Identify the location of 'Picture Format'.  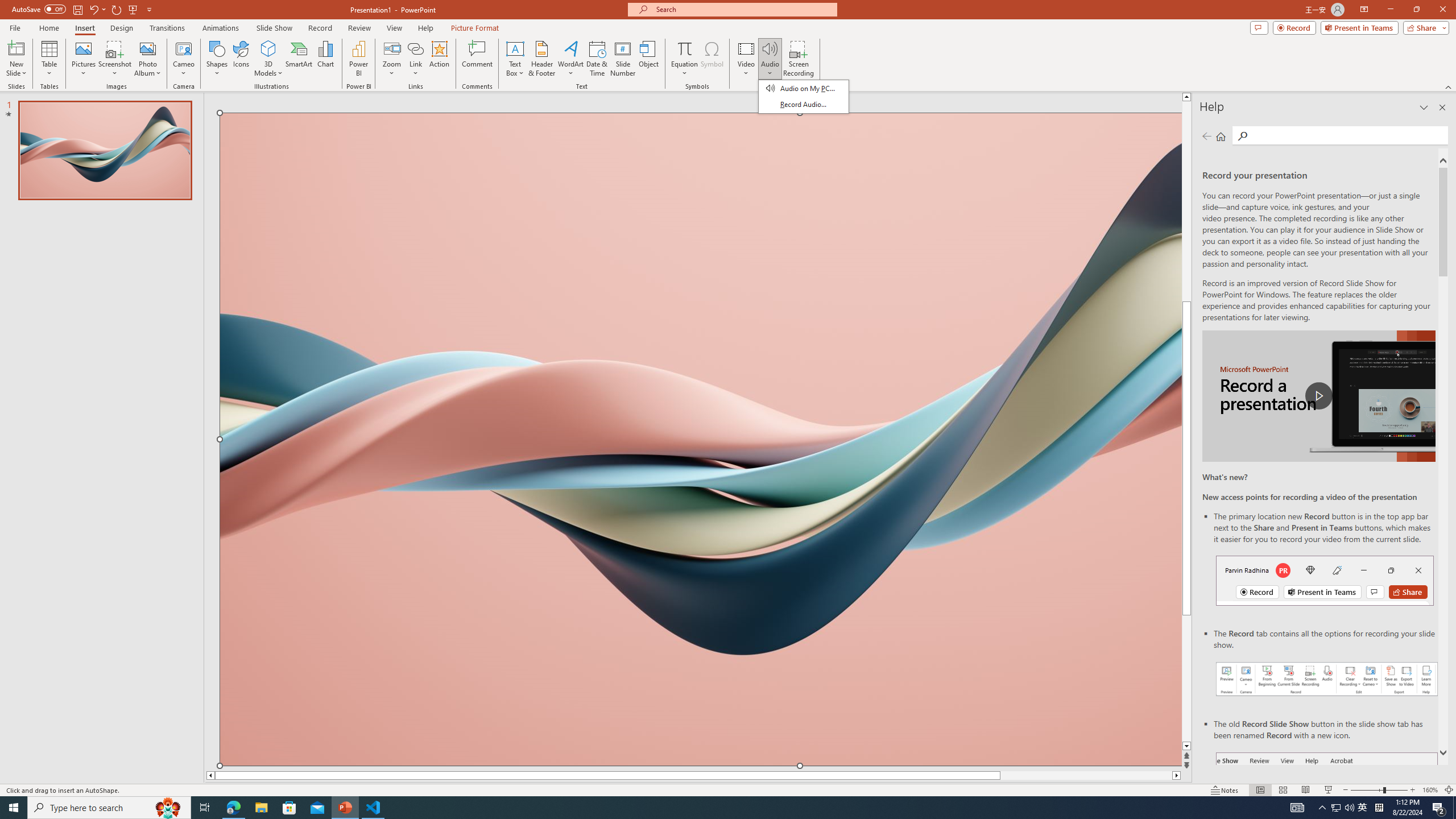
(475, 28).